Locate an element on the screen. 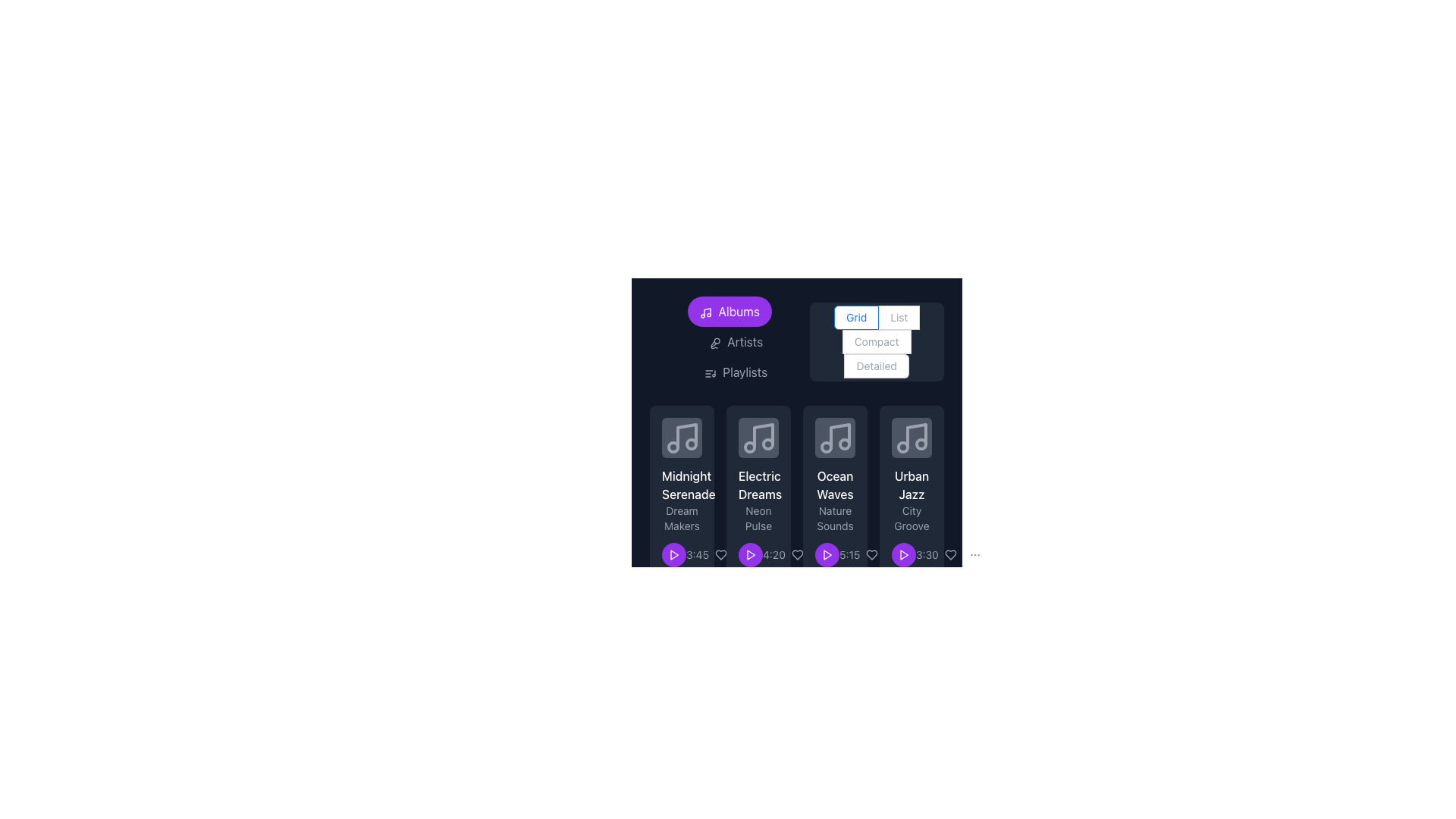 The width and height of the screenshot is (1456, 819). the circular button with three vertically-aligned dots (ellipsis icon) in the bottom-right corner of the interface is located at coordinates (745, 555).